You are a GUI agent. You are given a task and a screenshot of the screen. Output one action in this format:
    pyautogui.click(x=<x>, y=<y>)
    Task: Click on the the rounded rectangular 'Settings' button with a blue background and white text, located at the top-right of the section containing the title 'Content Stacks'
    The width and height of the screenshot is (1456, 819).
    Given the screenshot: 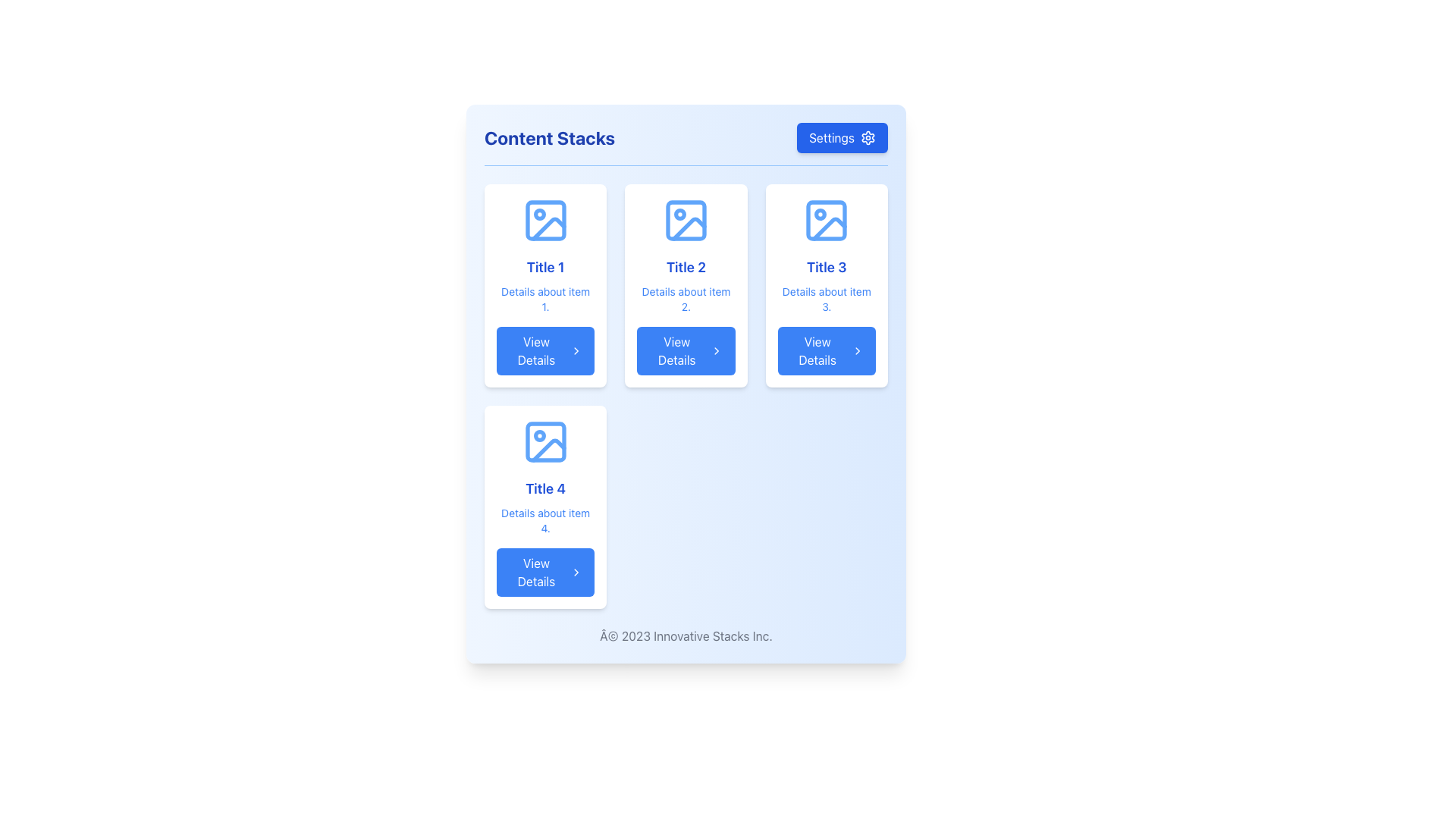 What is the action you would take?
    pyautogui.click(x=842, y=137)
    